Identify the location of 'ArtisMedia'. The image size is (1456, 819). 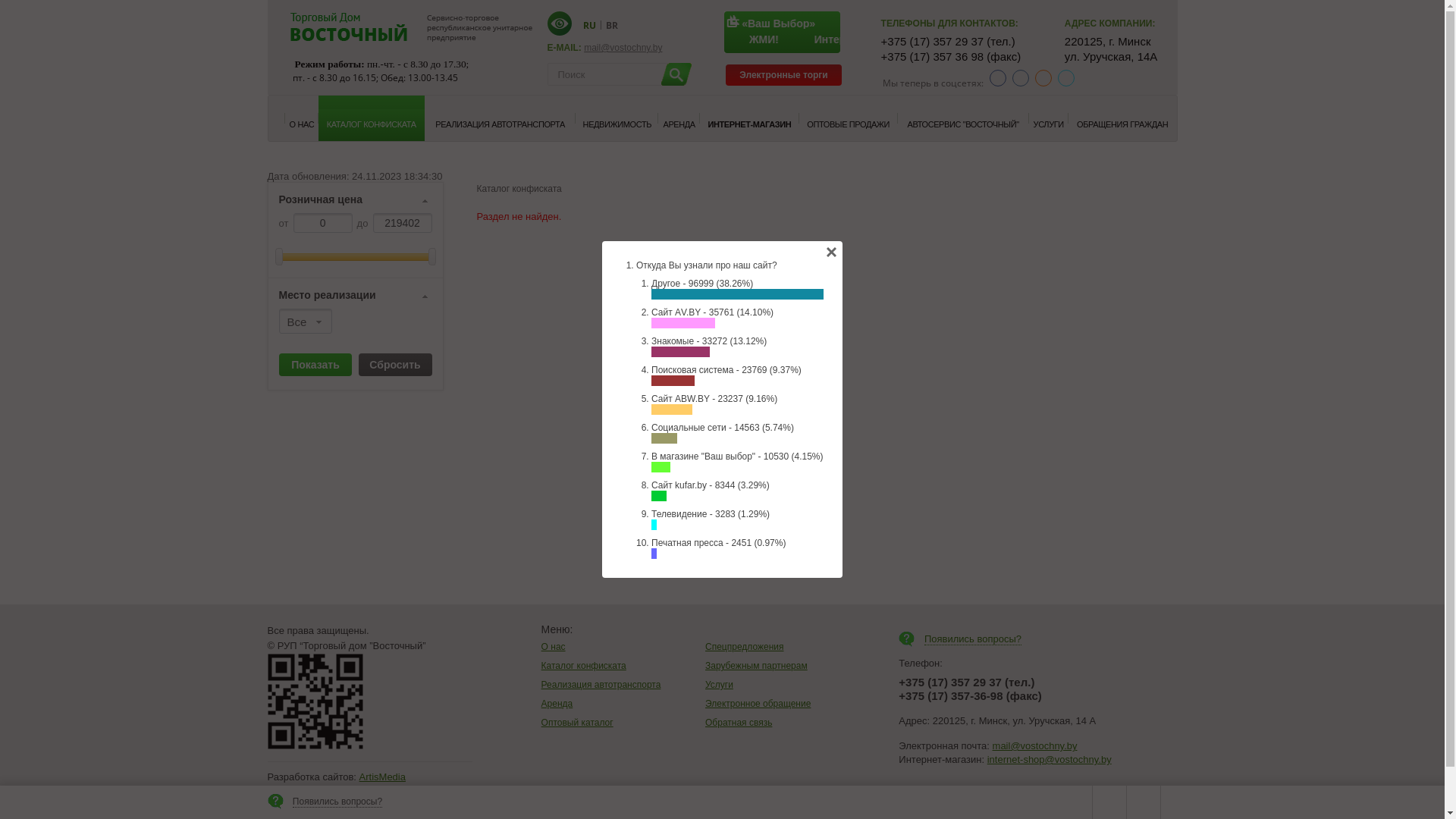
(382, 777).